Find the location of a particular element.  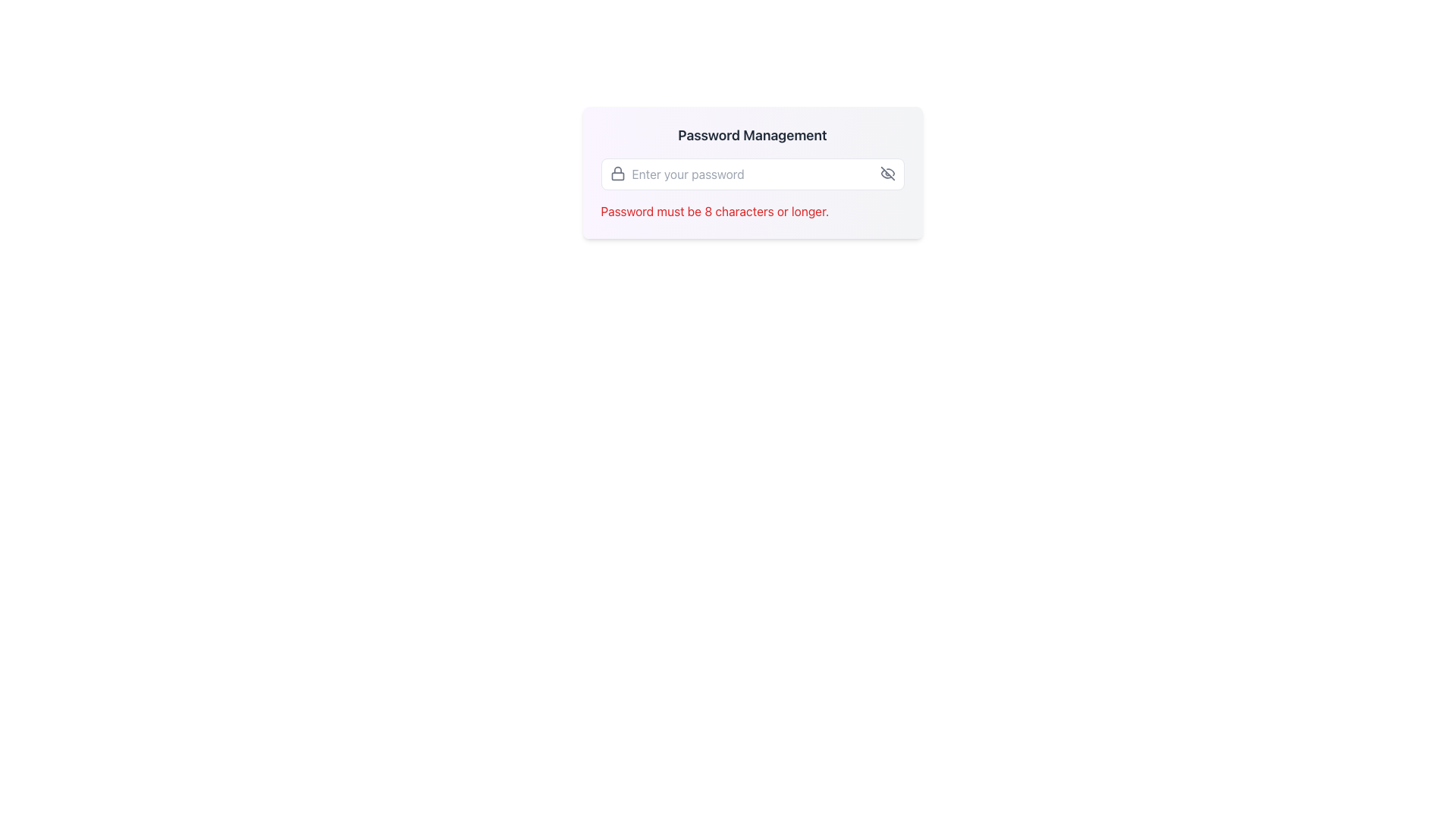

within the password input field of the password management widget to focus on it is located at coordinates (752, 171).